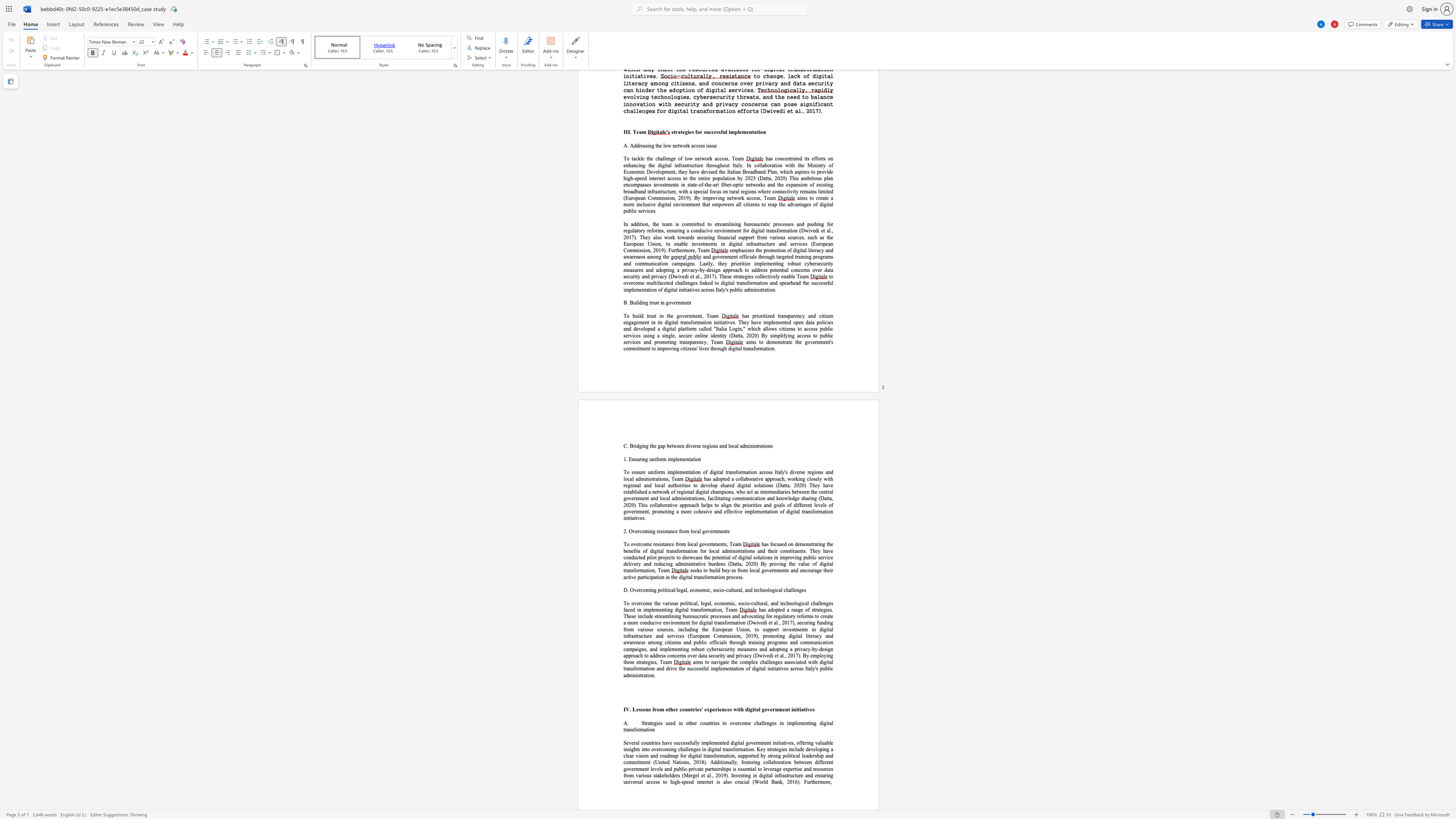 Image resolution: width=1456 pixels, height=819 pixels. I want to click on the subset text "l and local authorities to develop shared digital solutions (Datta, 2020) They have established a network of regional digital champions, who act as intermediaries between the central government and local administration" within the text "has adopted a collaborative approach, working closely with regional and local authorities to develop shared digital solutions (Datta, 2020) They have established a network of regional digital champions, who act as intermediaries between the central government and local administrations, facilitating communication and knowledge sharing (Datta, 2020) This collaborative approach hel", so click(639, 485).